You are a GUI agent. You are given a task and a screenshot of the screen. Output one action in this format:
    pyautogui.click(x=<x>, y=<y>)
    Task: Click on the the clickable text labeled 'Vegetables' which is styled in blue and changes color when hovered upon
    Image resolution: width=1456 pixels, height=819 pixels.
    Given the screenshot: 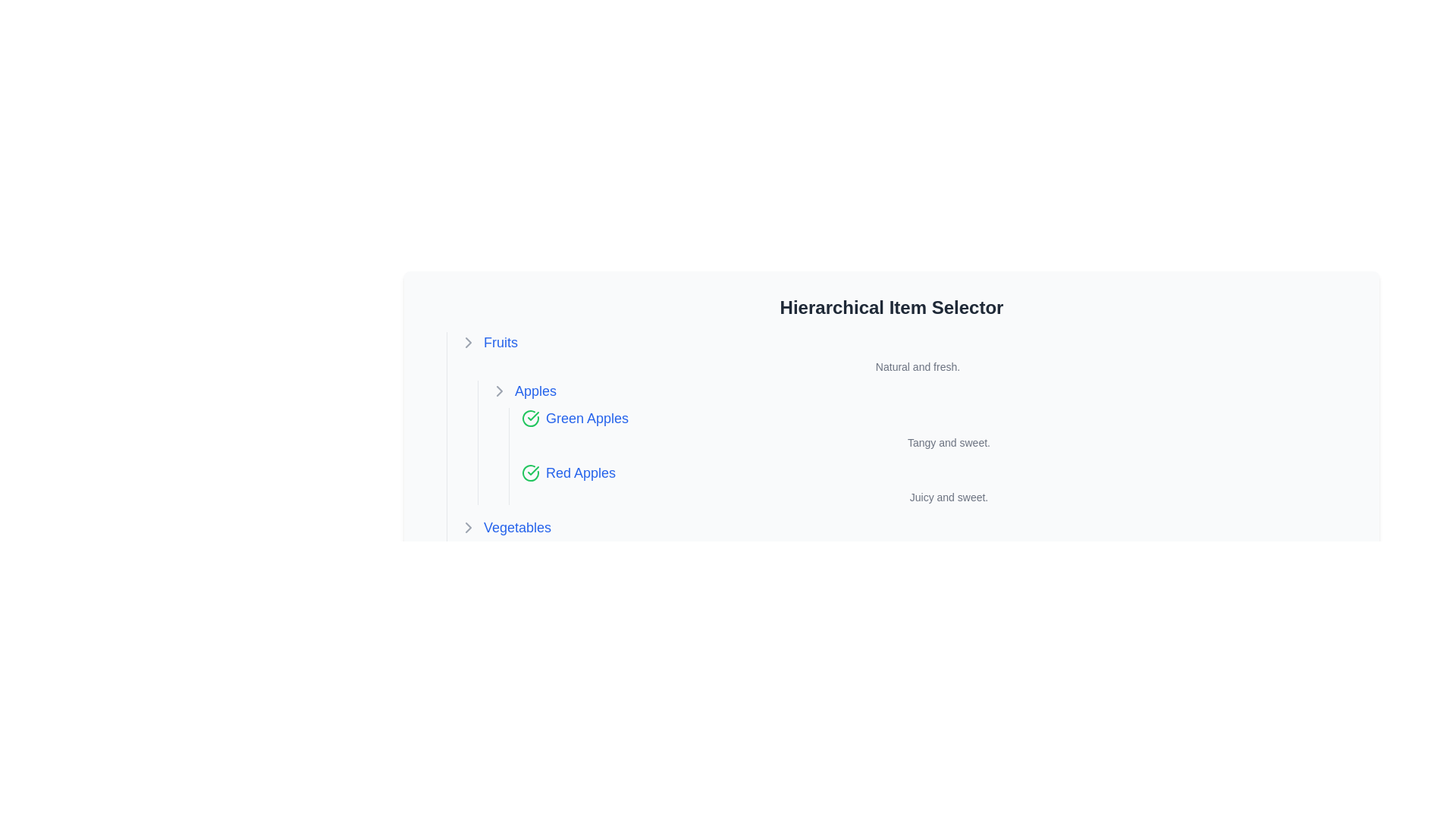 What is the action you would take?
    pyautogui.click(x=517, y=526)
    